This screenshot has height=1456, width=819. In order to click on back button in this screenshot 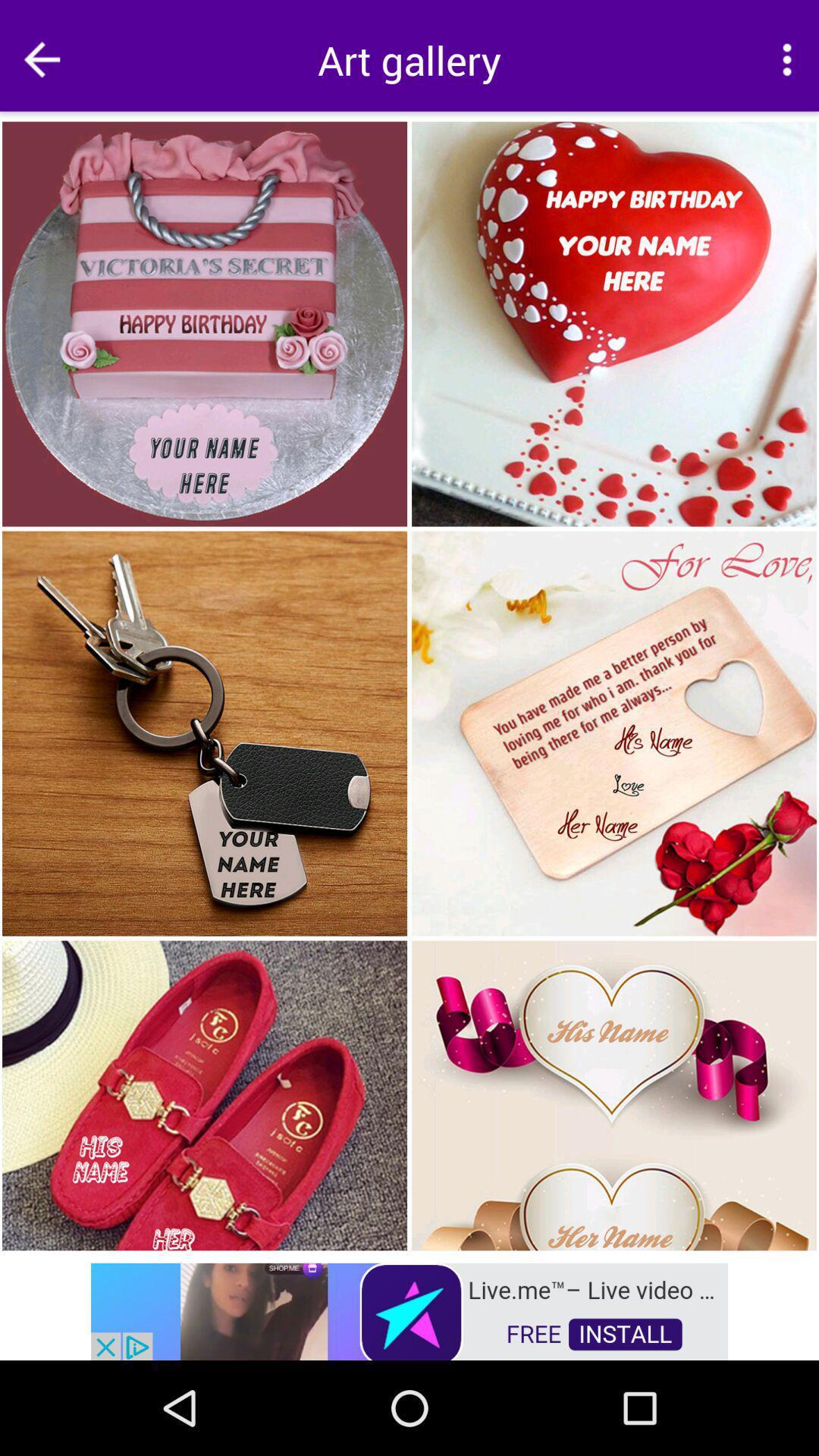, I will do `click(41, 59)`.